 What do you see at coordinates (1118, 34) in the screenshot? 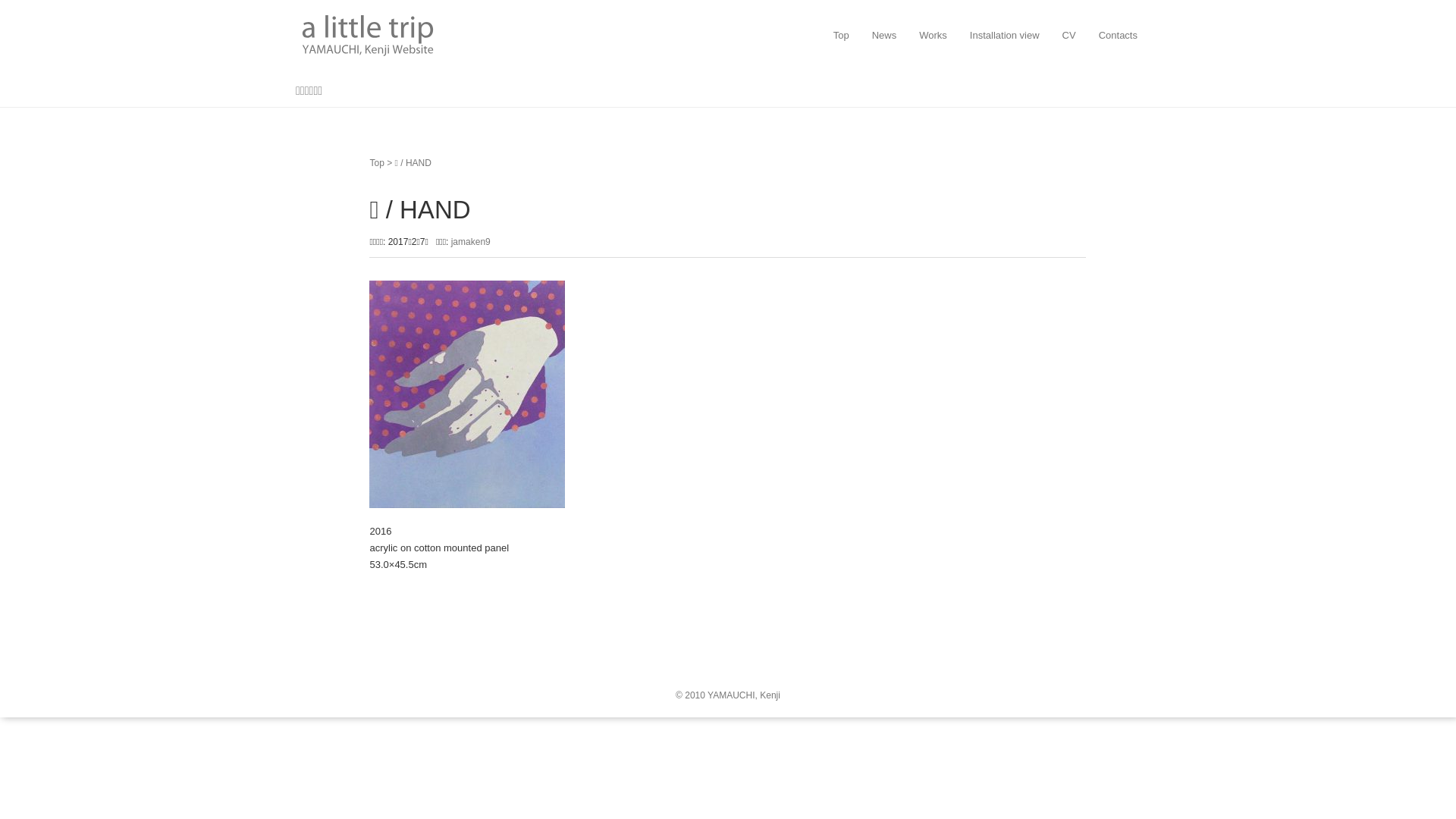
I see `'Contacts'` at bounding box center [1118, 34].